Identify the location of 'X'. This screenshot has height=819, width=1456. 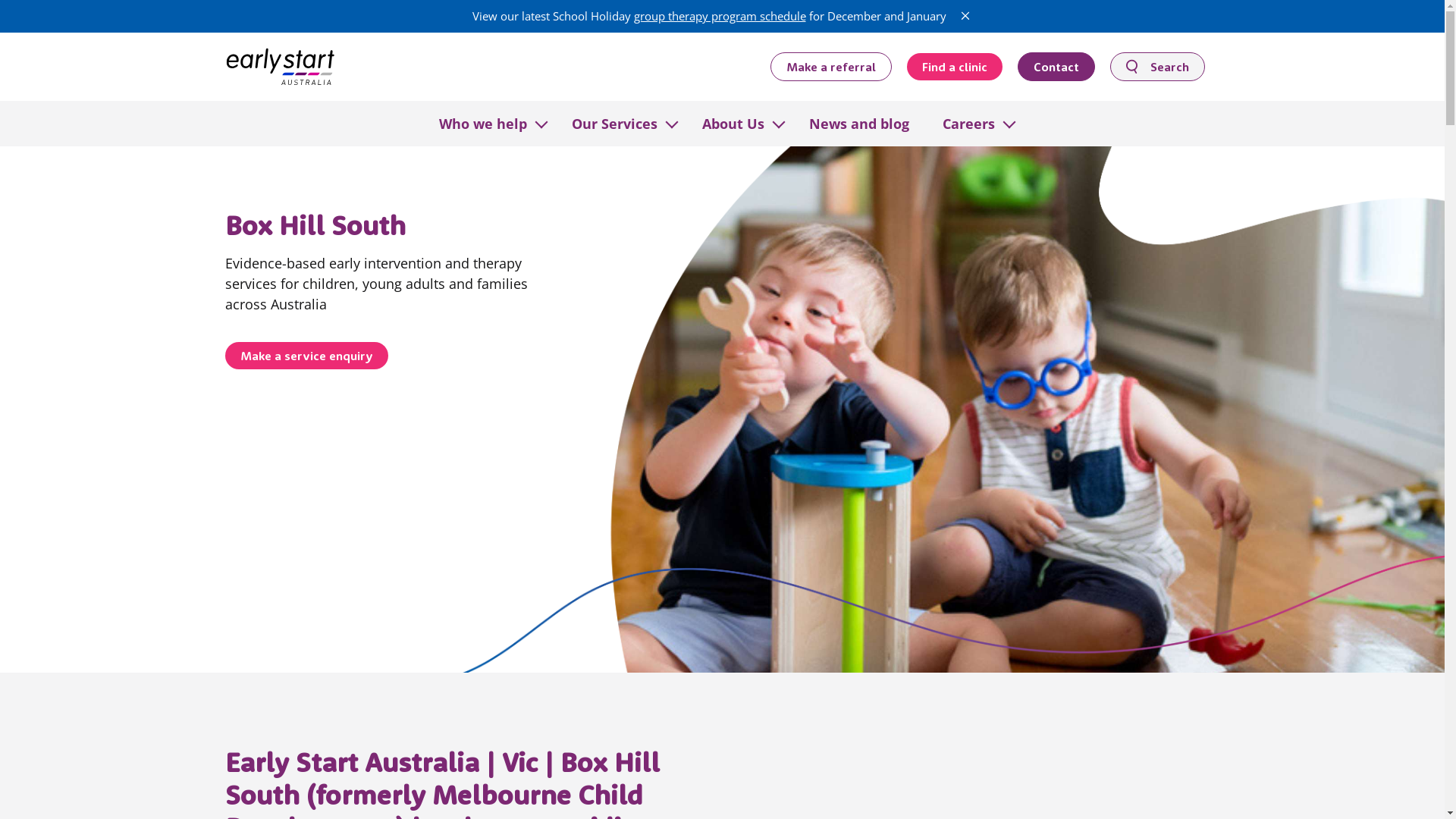
(956, 15).